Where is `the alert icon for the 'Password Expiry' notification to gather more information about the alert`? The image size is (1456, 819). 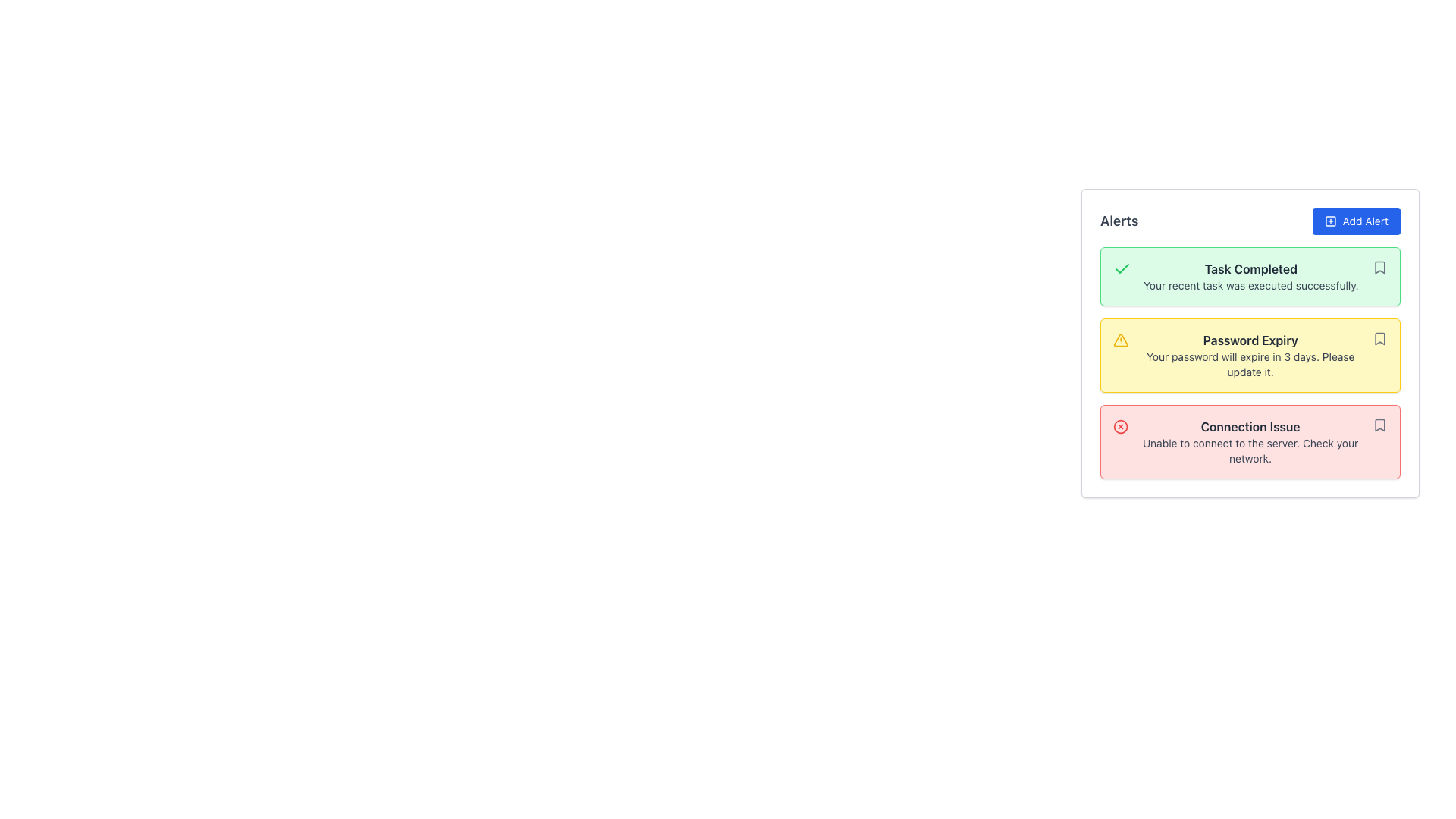
the alert icon for the 'Password Expiry' notification to gather more information about the alert is located at coordinates (1121, 339).